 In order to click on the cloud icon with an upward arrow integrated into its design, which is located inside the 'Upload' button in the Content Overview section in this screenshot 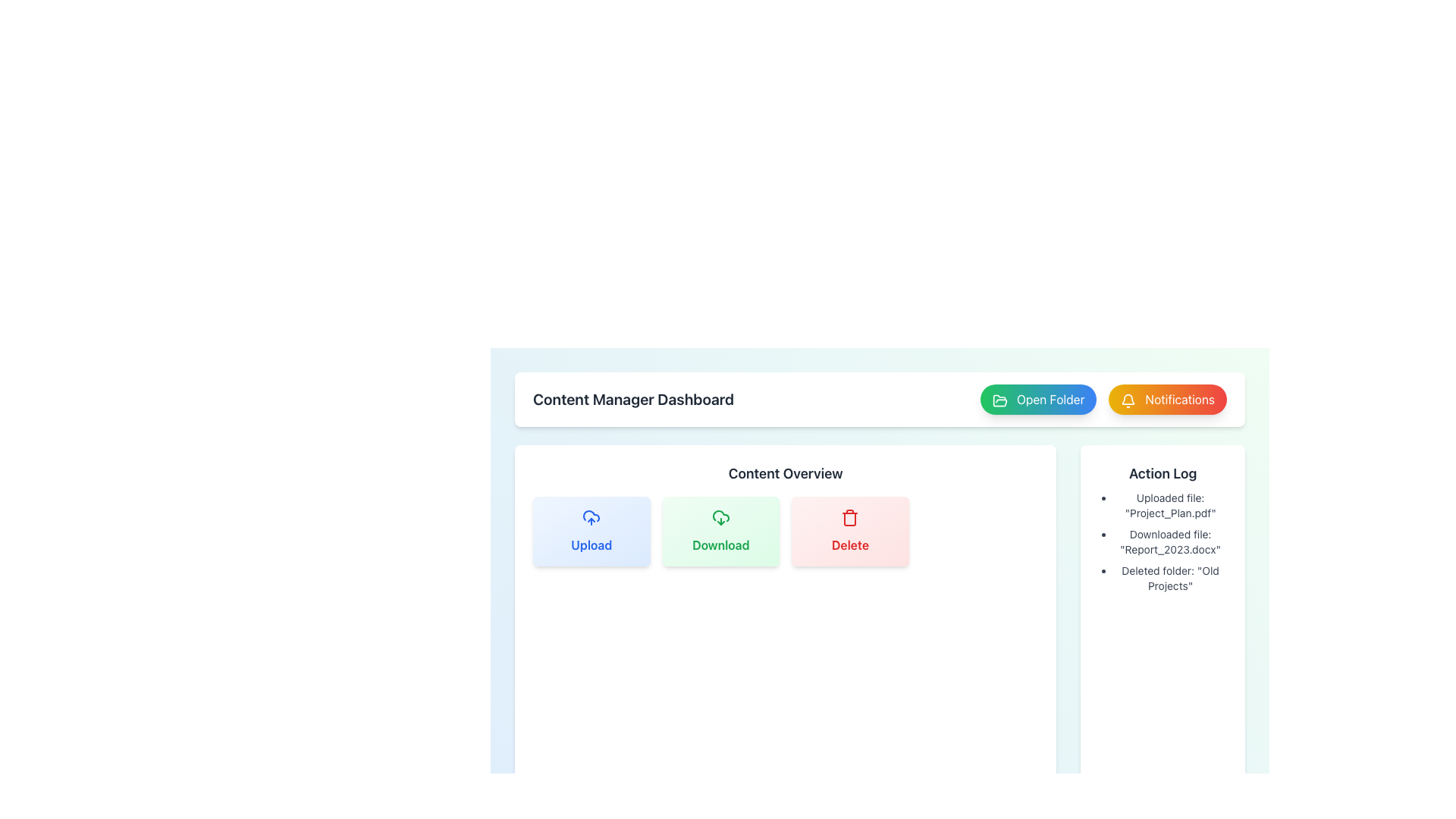, I will do `click(591, 515)`.